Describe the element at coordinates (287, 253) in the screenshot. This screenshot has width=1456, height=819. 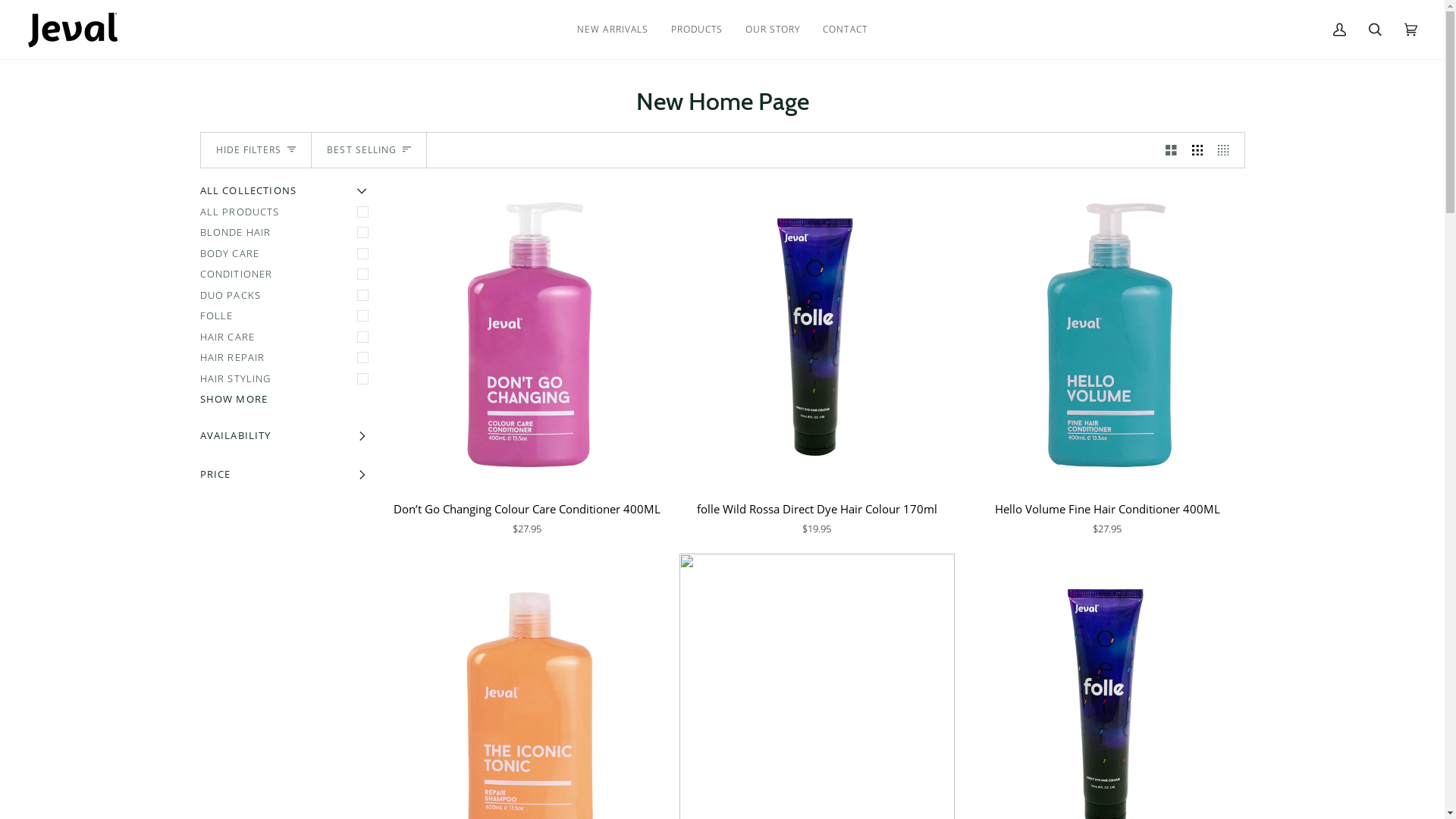
I see `'BODY CARE'` at that location.